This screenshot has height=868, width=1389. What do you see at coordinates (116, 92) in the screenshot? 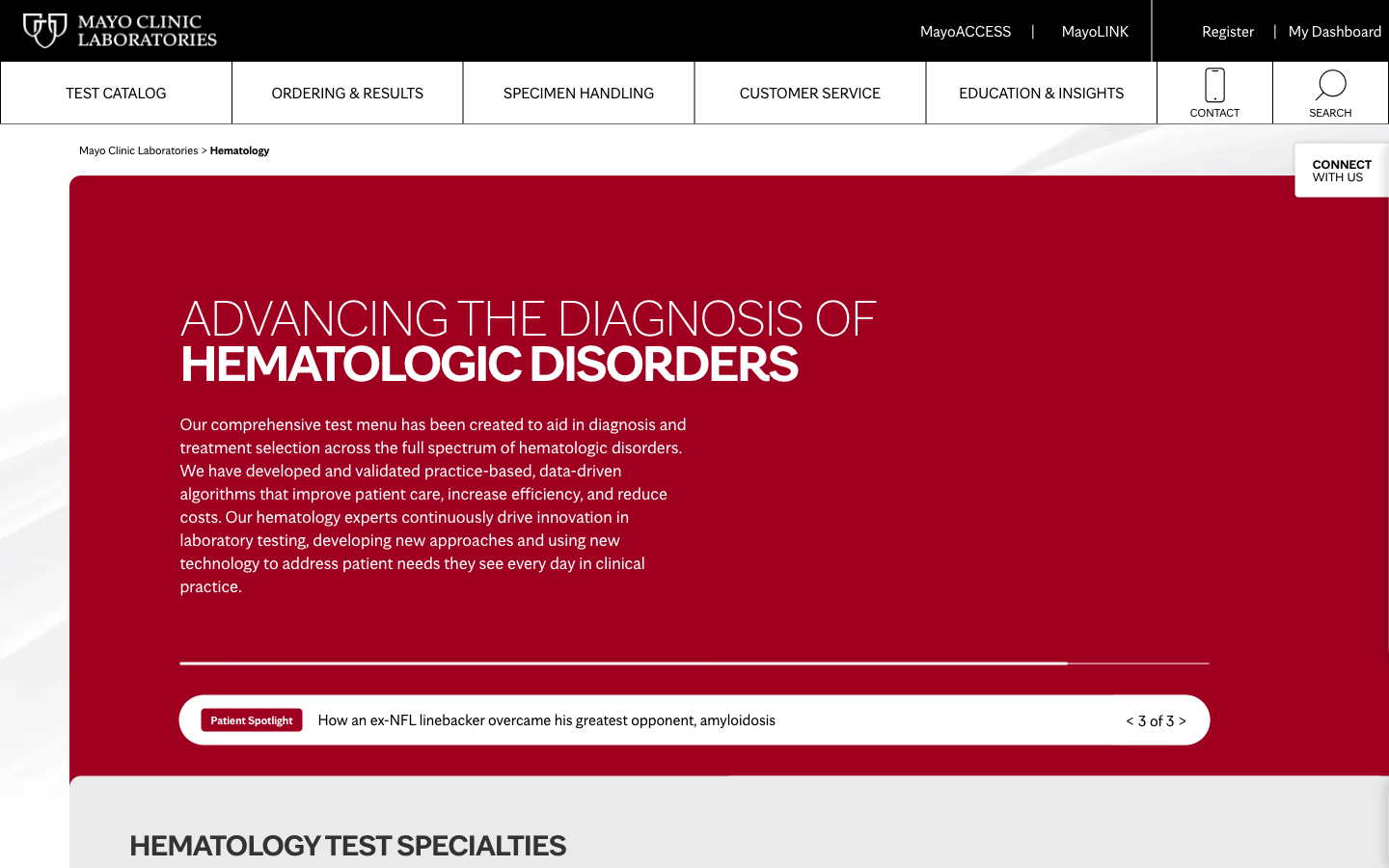
I see `Get a list of tests available at Mayoclinic Labs` at bounding box center [116, 92].